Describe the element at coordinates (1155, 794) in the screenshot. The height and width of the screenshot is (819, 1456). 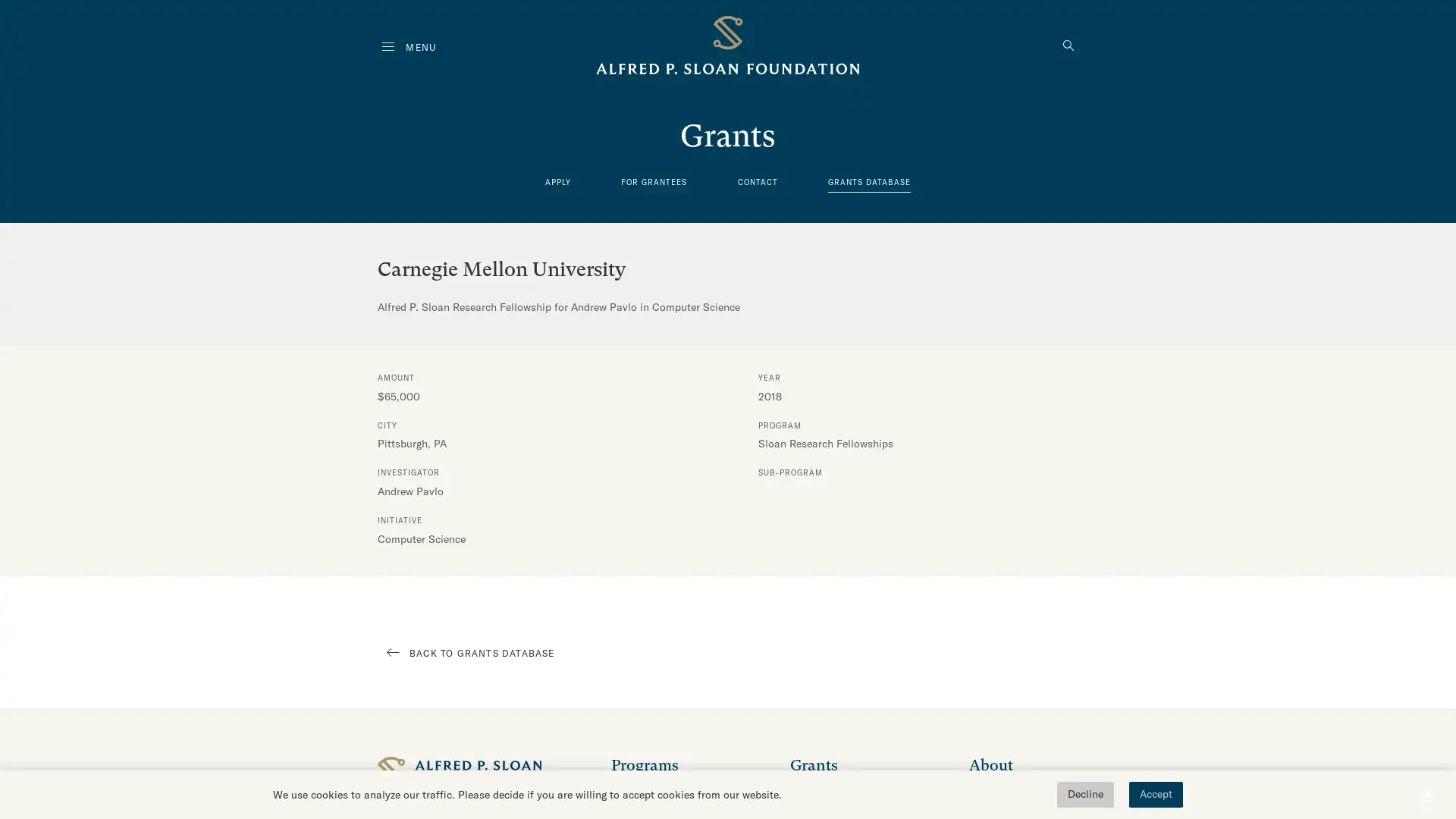
I see `Accept` at that location.